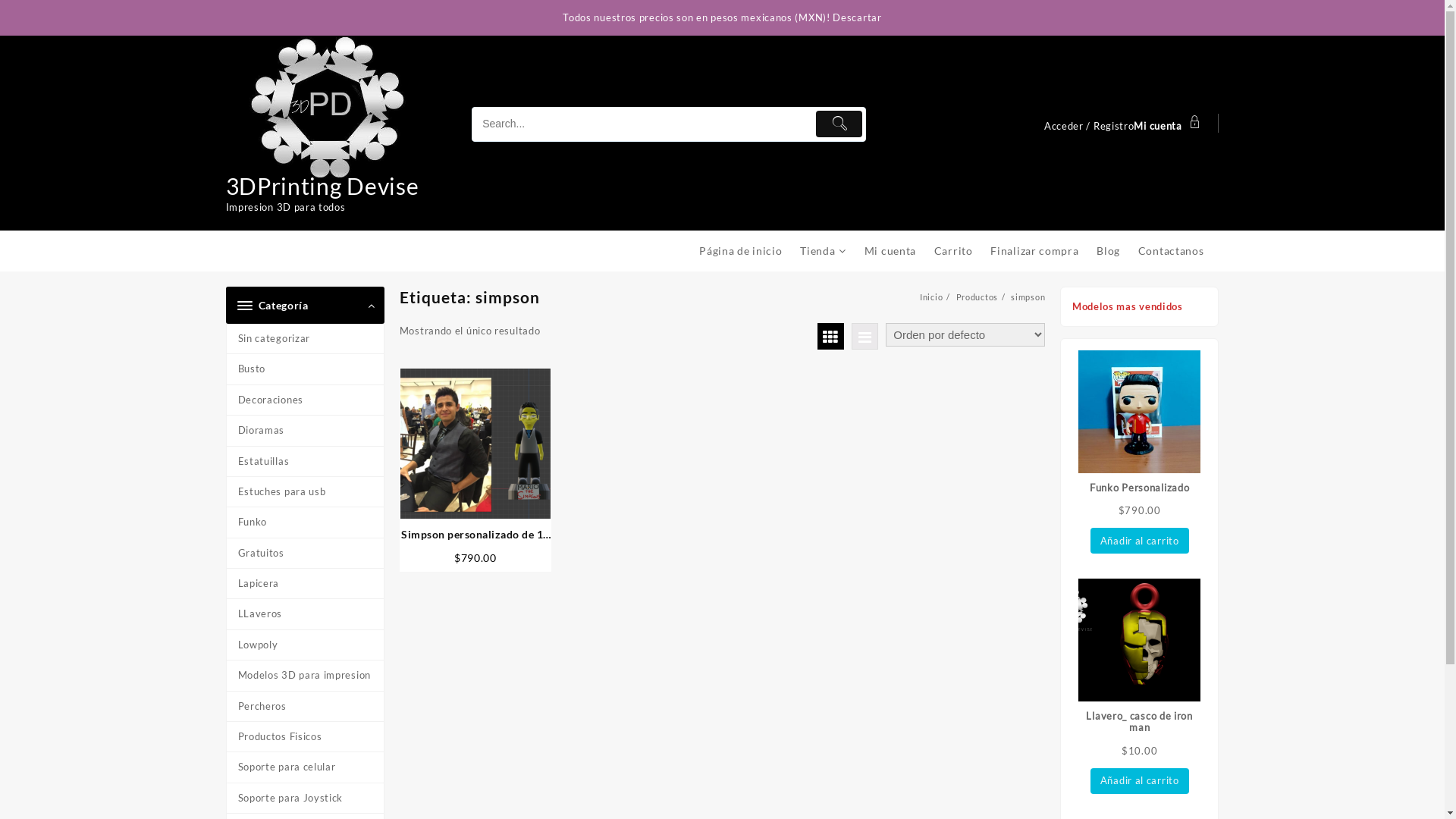 The image size is (1456, 819). I want to click on 'Soporte para Joystick', so click(304, 798).